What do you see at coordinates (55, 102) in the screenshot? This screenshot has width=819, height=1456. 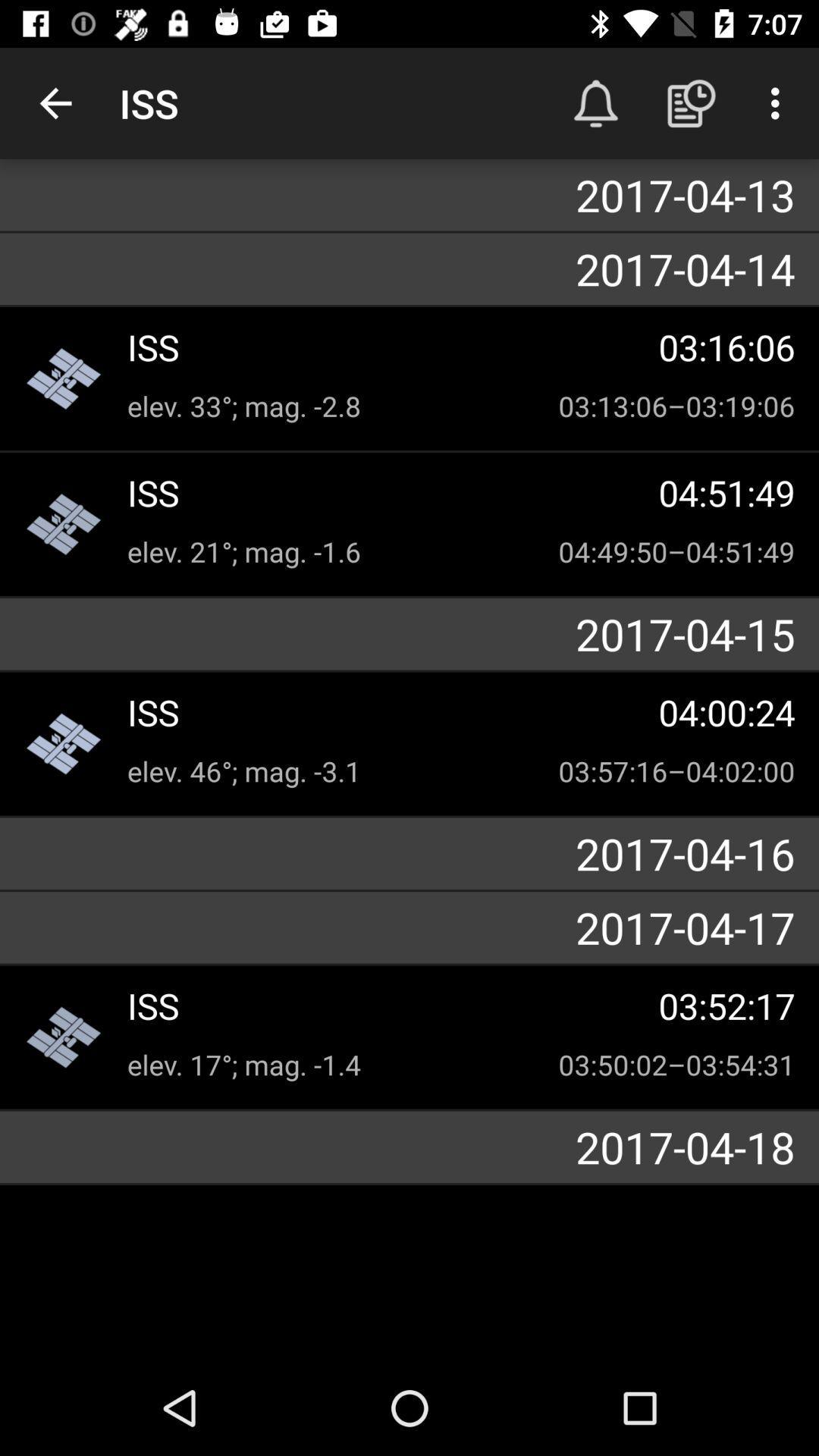 I see `icon next to iss icon` at bounding box center [55, 102].